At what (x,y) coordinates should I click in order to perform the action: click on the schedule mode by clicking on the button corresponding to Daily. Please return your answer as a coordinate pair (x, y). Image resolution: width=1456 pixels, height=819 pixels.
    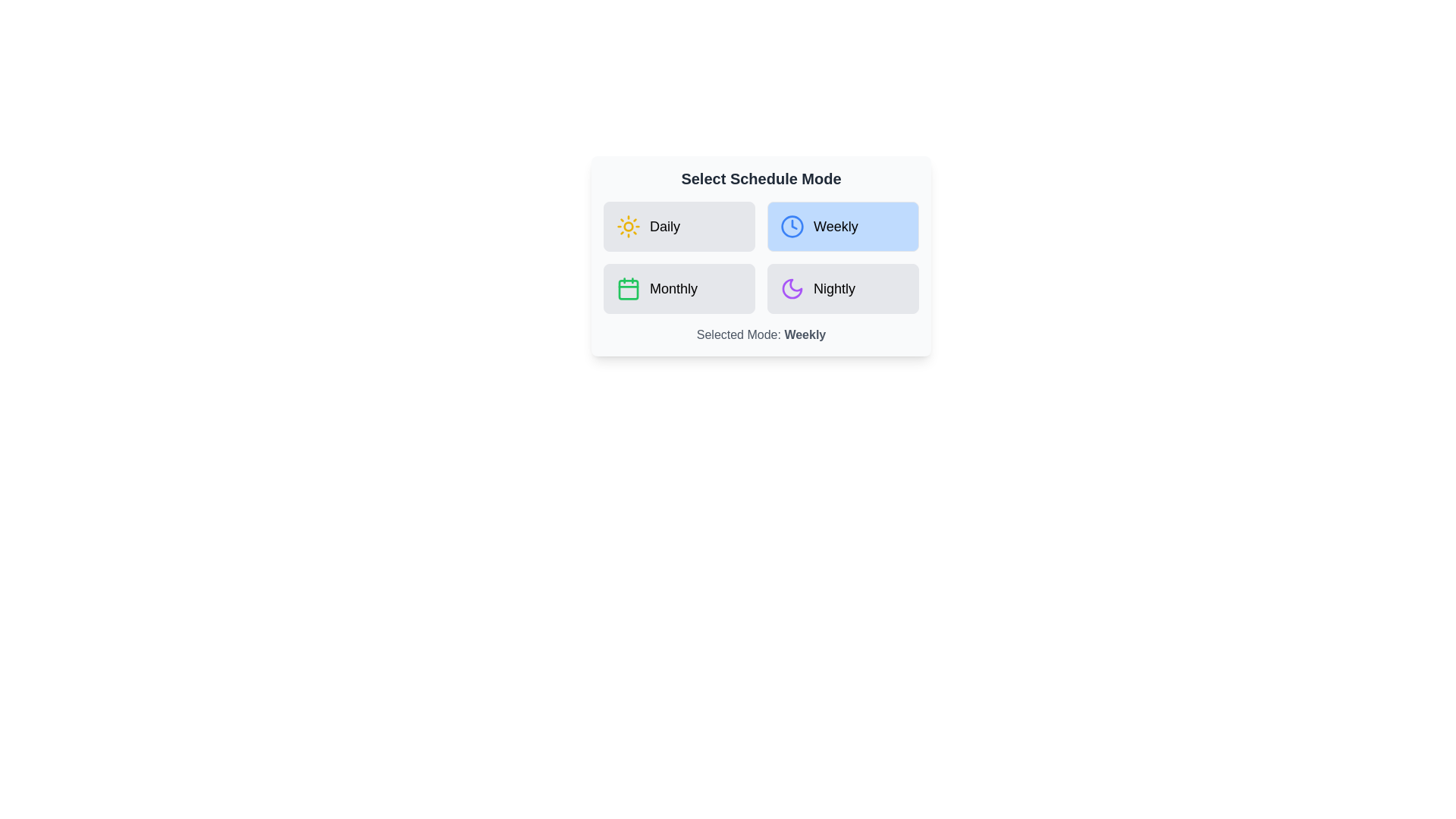
    Looking at the image, I should click on (679, 227).